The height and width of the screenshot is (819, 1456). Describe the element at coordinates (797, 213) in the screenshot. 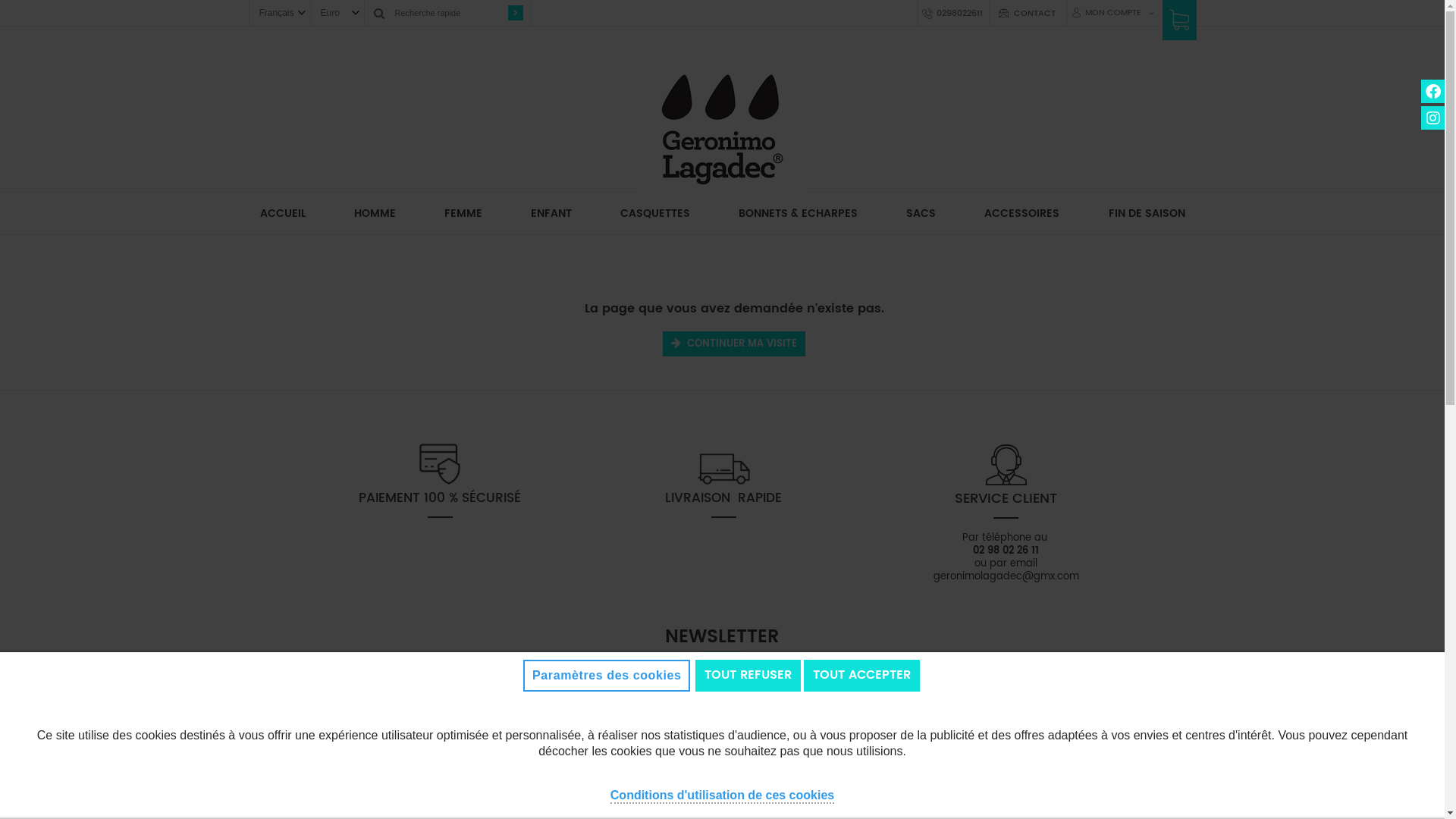

I see `'BONNETS & ECHARPES'` at that location.